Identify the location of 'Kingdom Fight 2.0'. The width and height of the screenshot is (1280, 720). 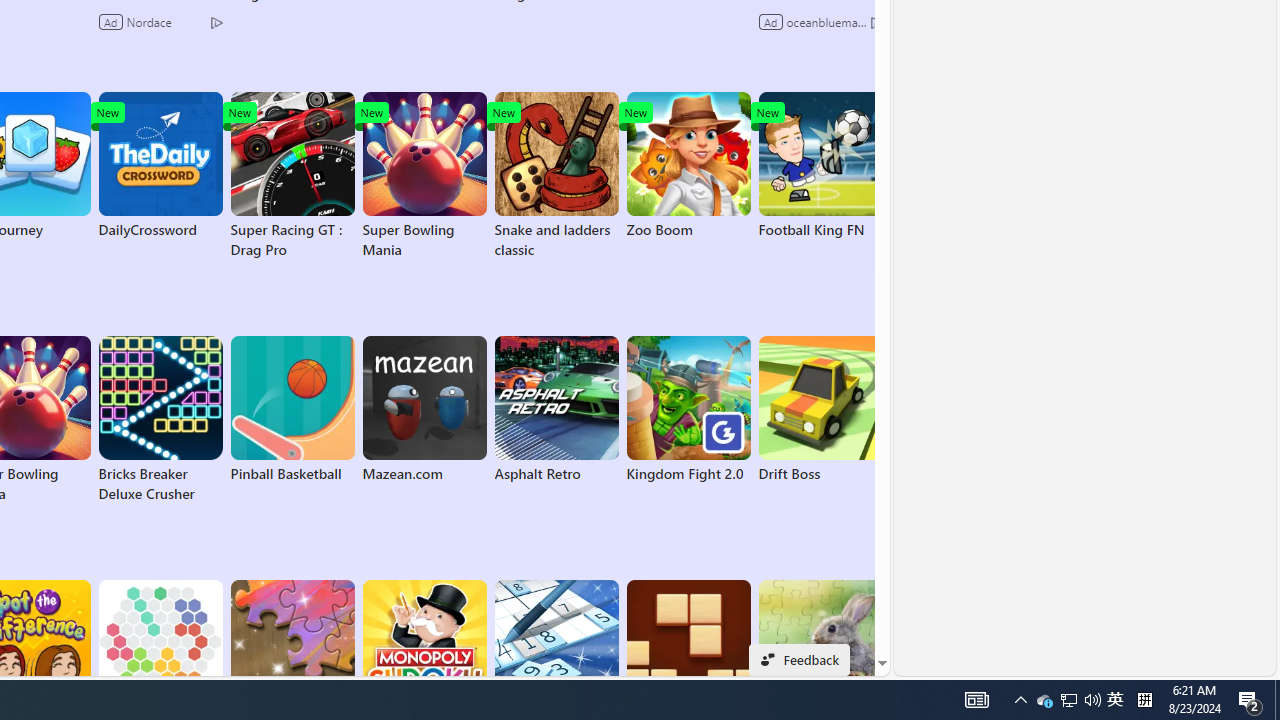
(688, 409).